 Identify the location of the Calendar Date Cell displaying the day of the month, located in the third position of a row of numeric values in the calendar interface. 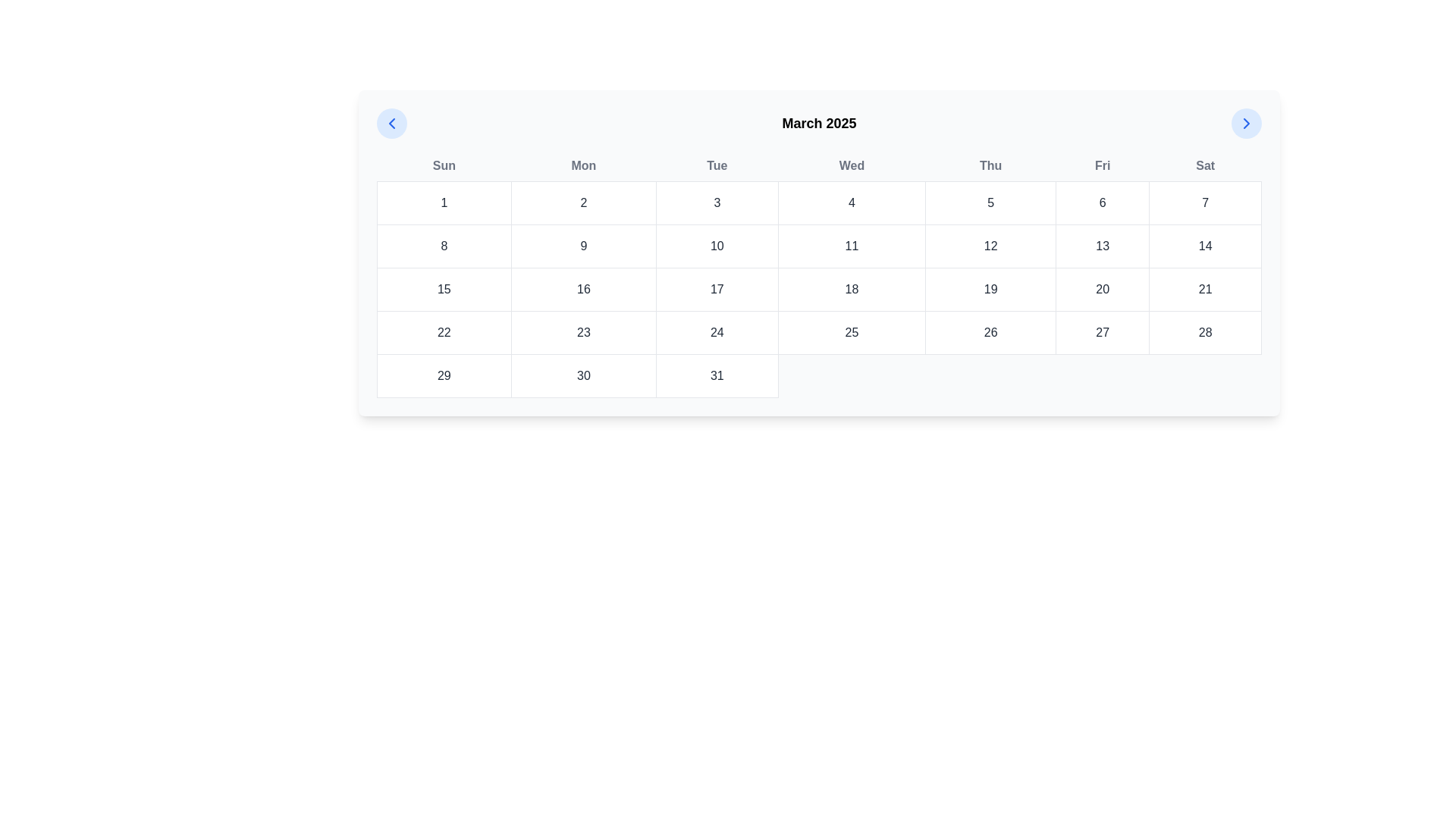
(582, 332).